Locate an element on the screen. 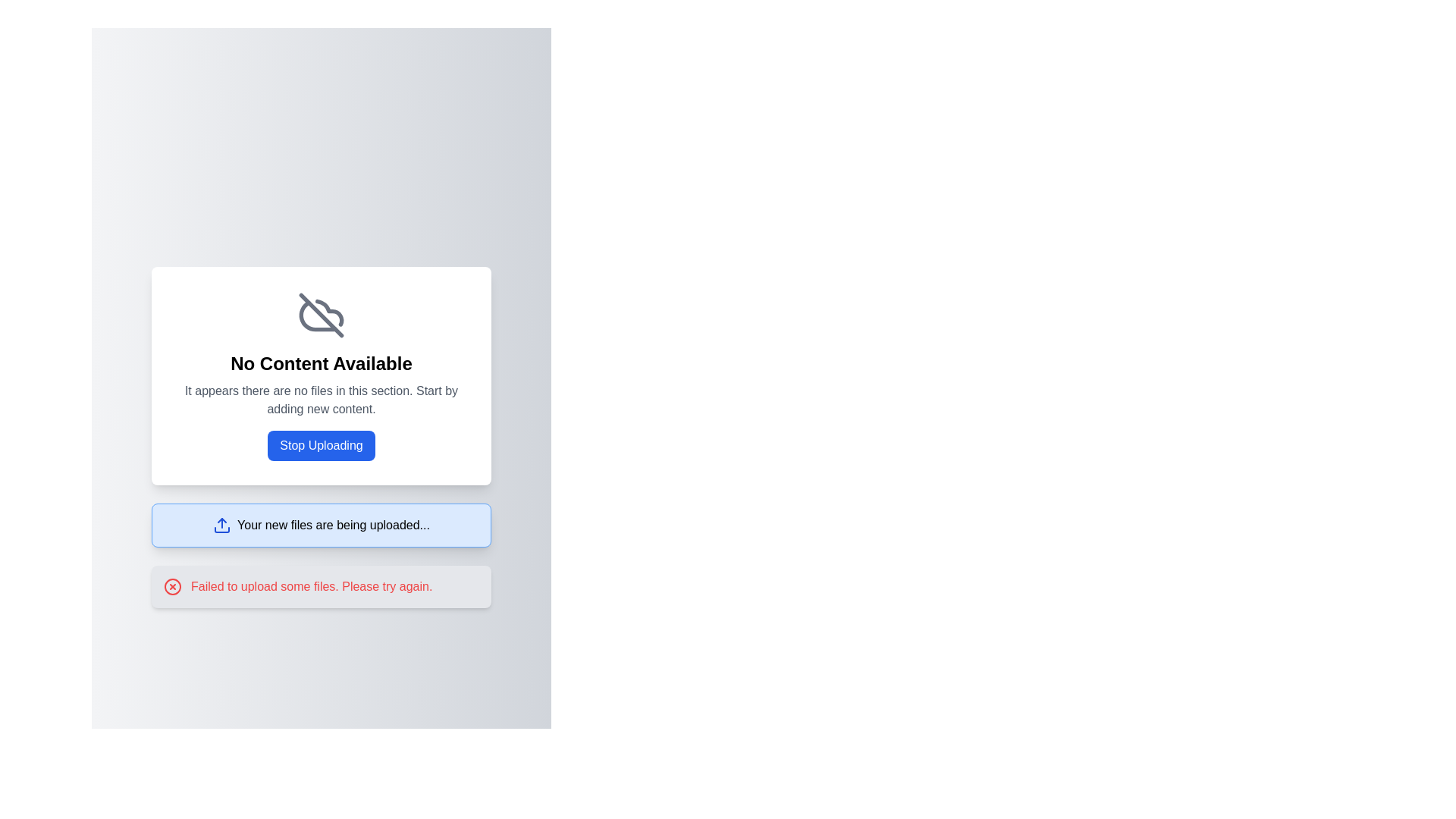  the bold, centered text label reading 'No Content Available' is located at coordinates (320, 362).